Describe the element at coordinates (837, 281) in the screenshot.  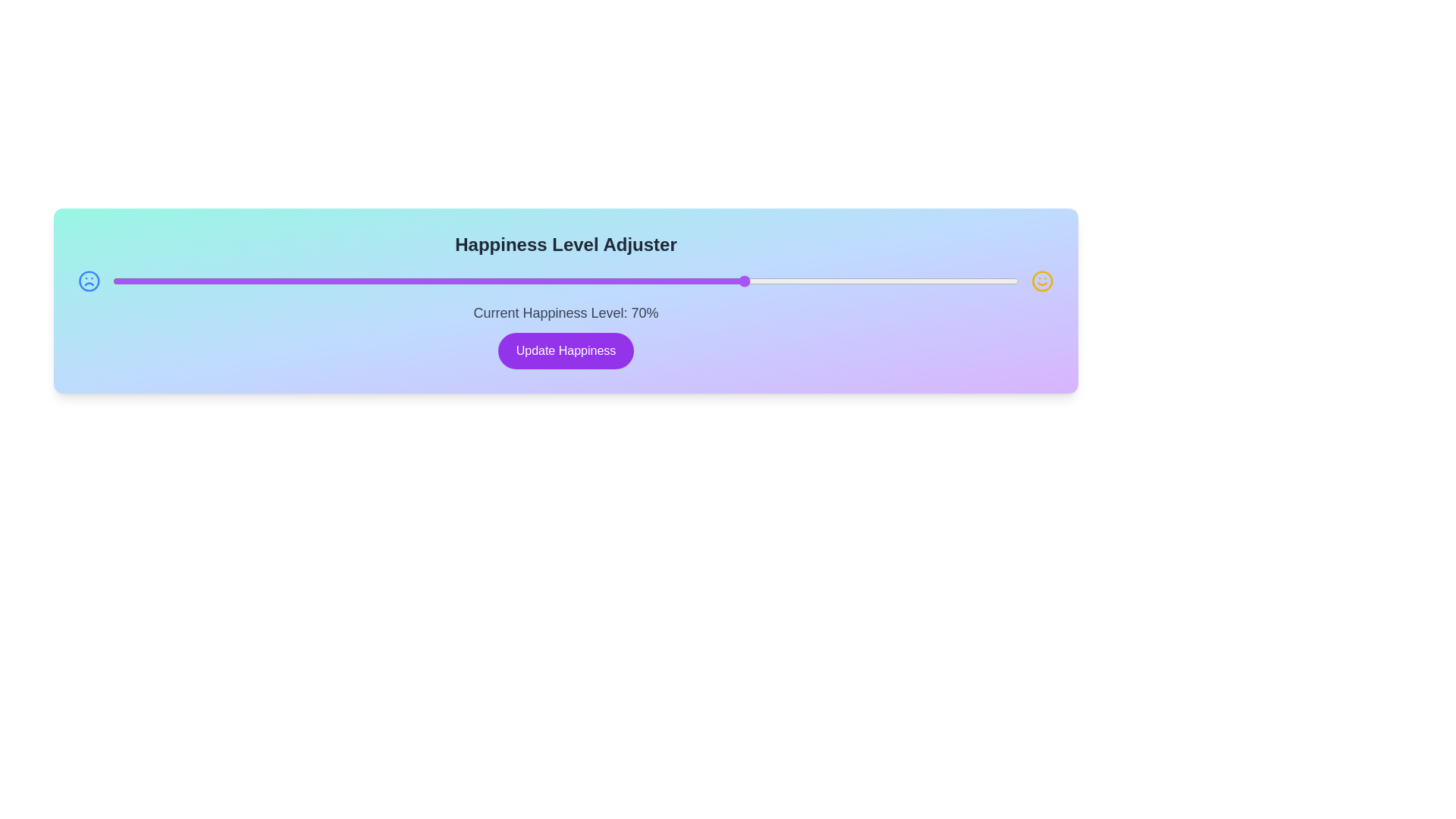
I see `the happiness level to 80% by moving the slider` at that location.